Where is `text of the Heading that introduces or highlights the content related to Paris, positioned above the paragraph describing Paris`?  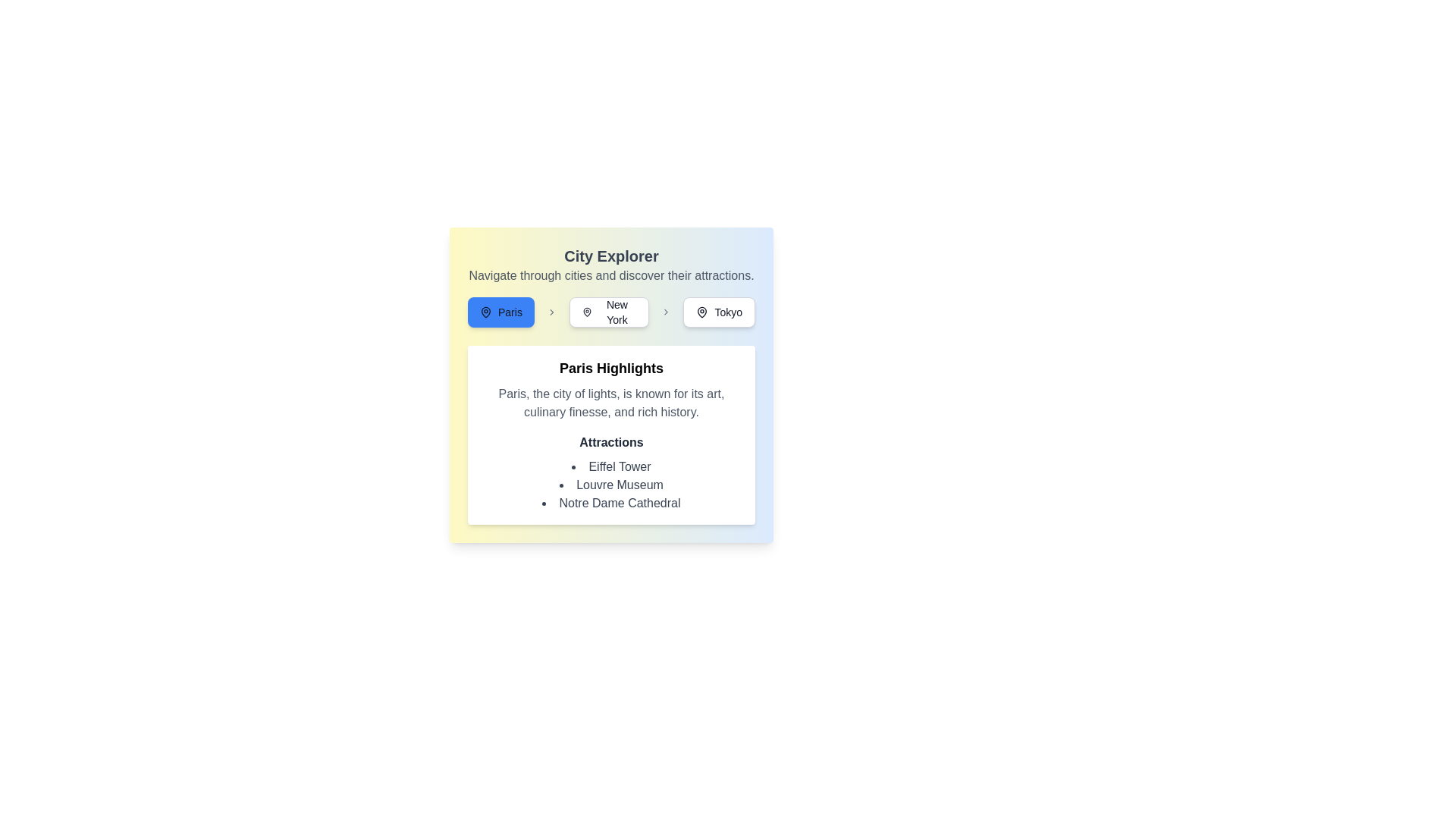
text of the Heading that introduces or highlights the content related to Paris, positioned above the paragraph describing Paris is located at coordinates (611, 369).